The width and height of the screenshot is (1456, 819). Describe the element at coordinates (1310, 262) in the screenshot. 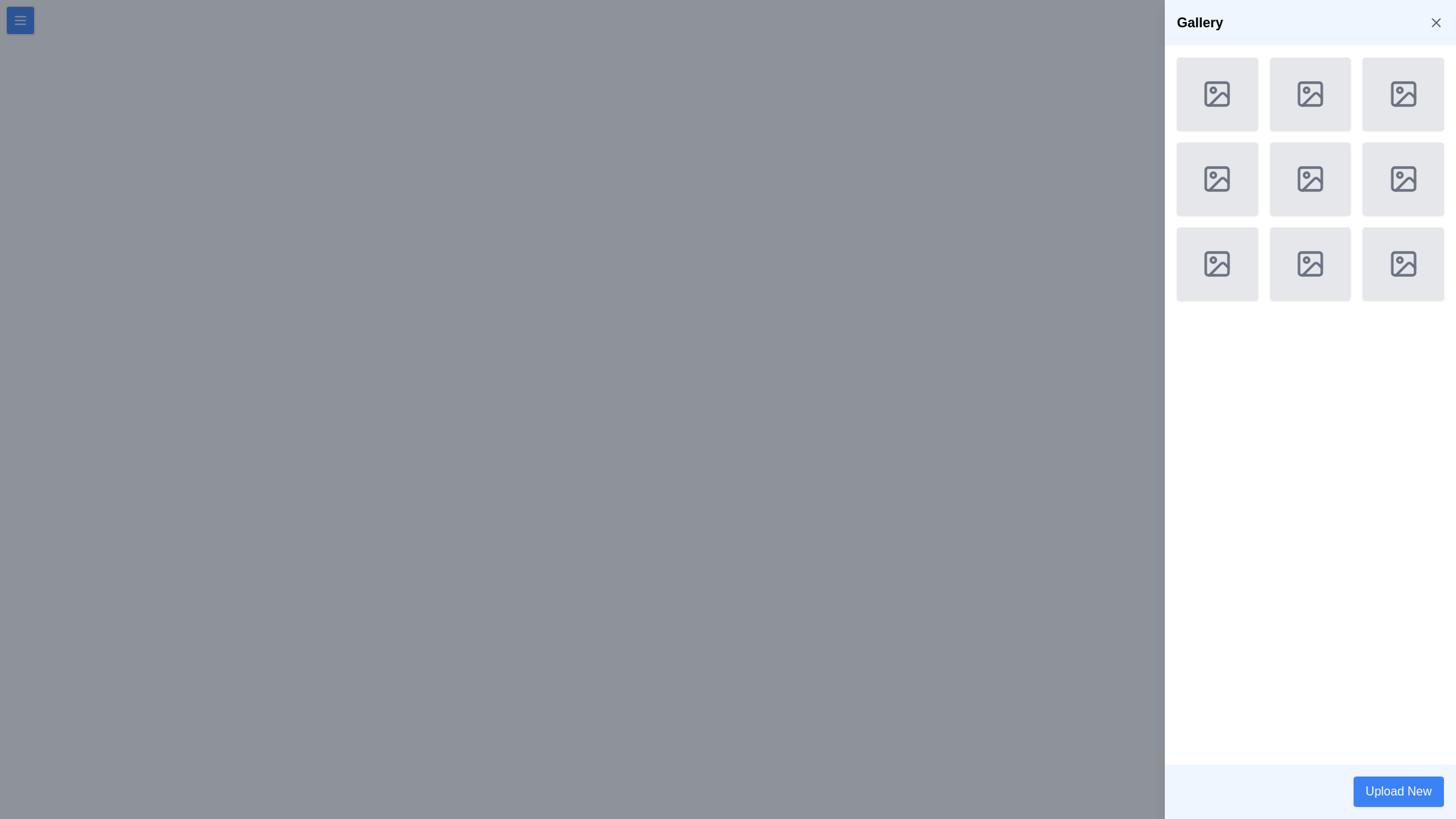

I see `the Card component located in the last row and middle column of the gallery grid` at that location.